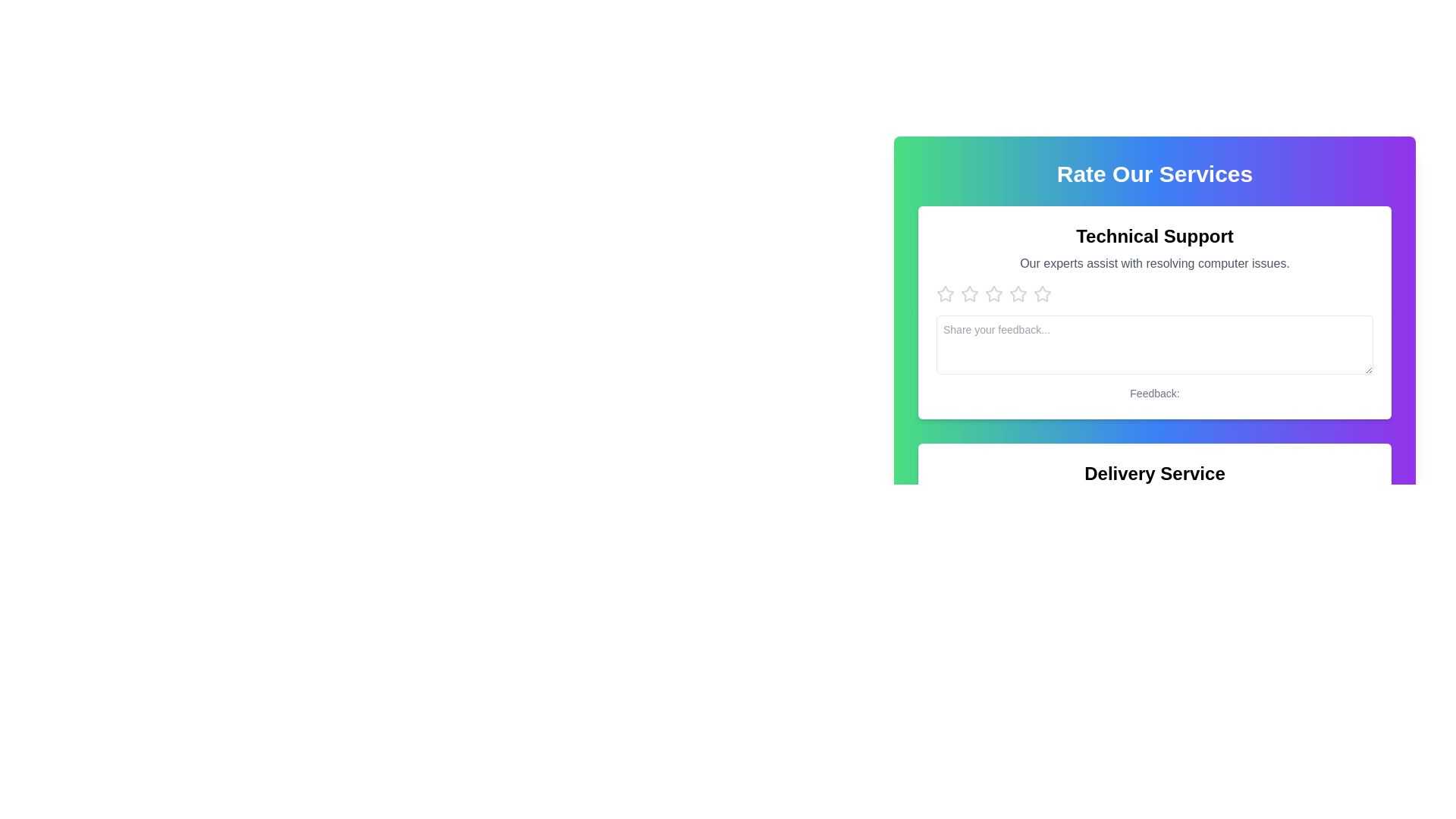 Image resolution: width=1456 pixels, height=819 pixels. Describe the element at coordinates (1153, 174) in the screenshot. I see `the header text at the top center of the card section, which serves as the title inviting users to rate the services provided` at that location.